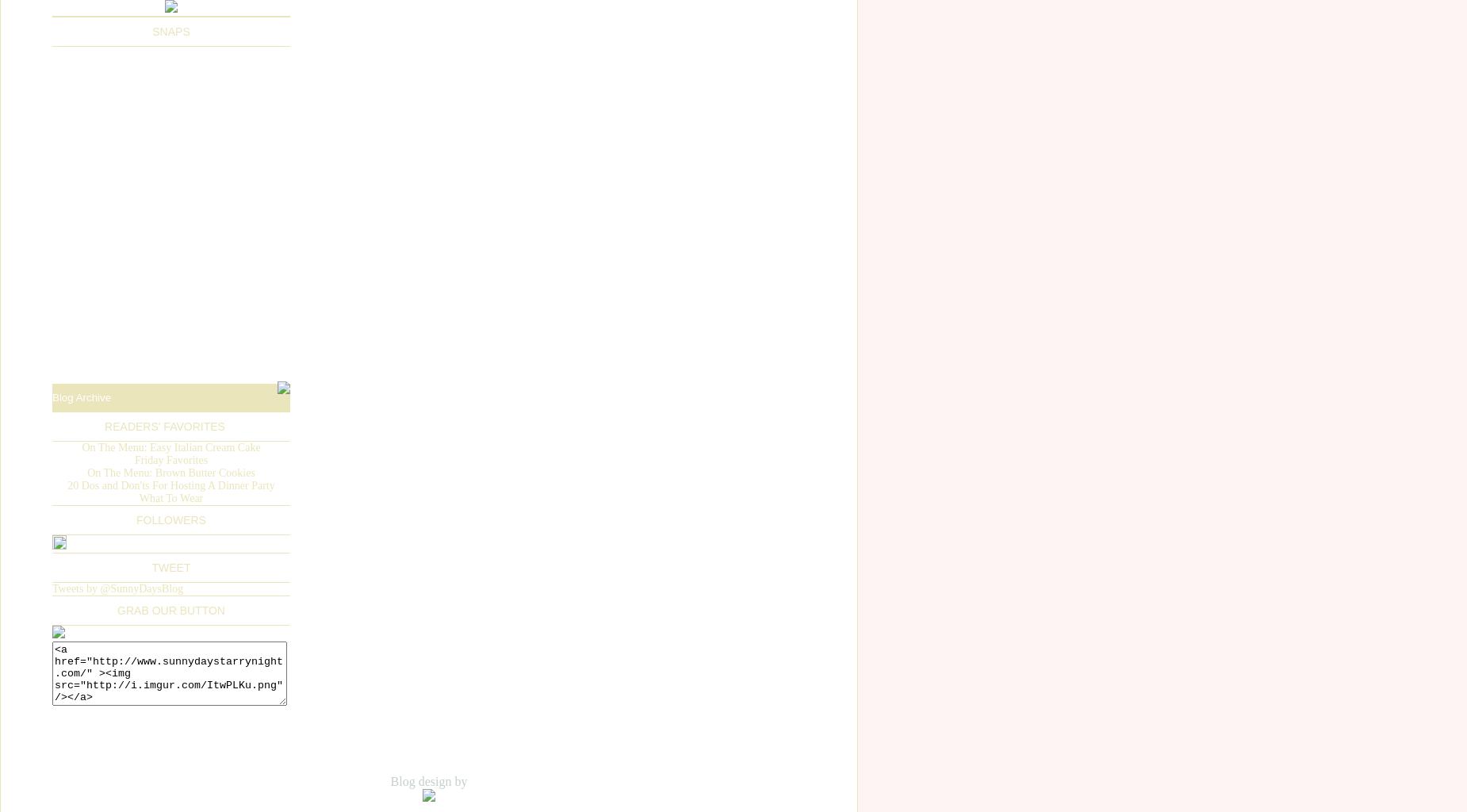  I want to click on '20 Dos and Don'ts For Hosting A Dinner Party', so click(170, 485).